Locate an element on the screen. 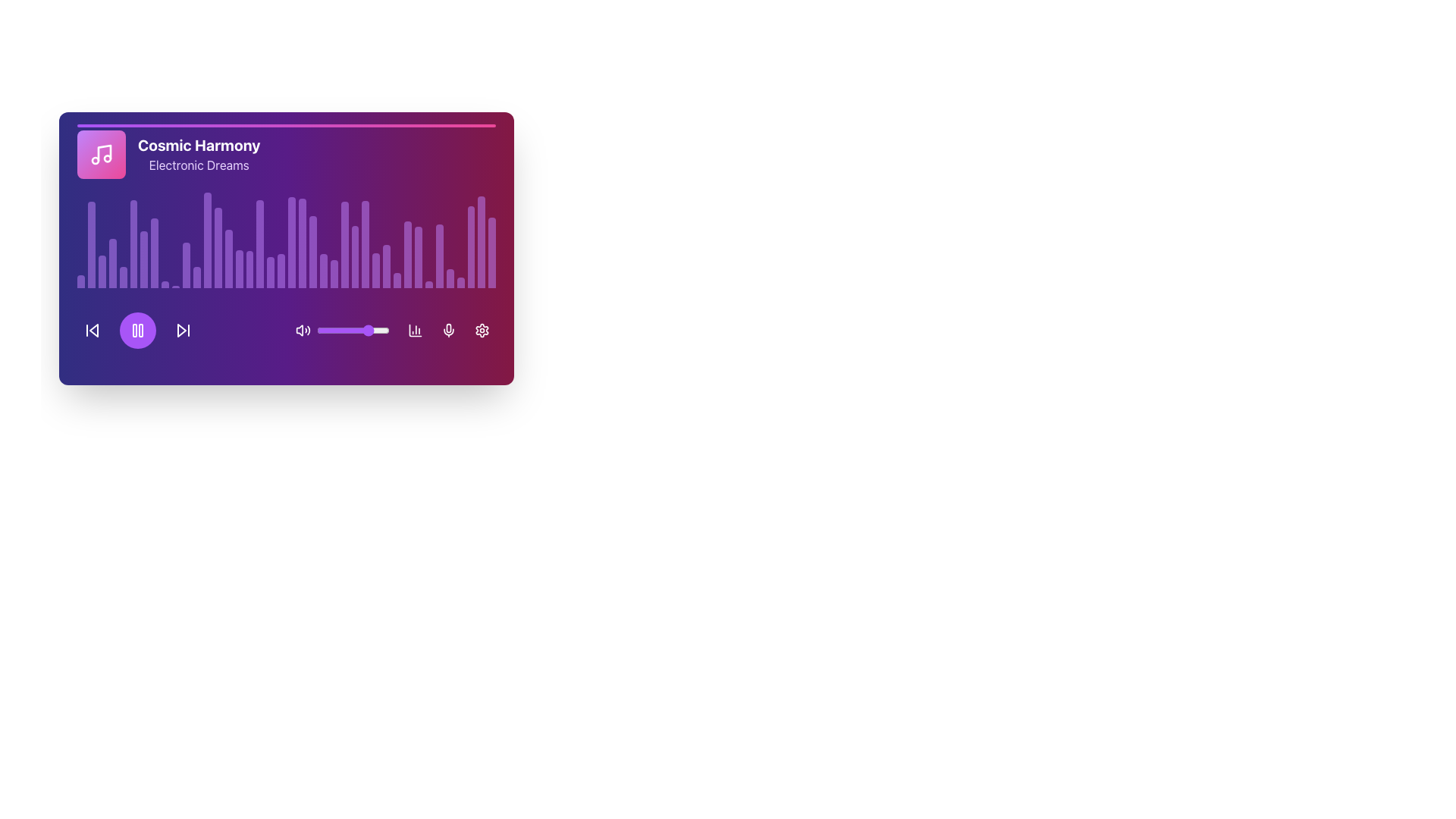  the 27th vertical bar in the music visualization interface, which is styled in a semi-transparent purple color and is part of the 'Cosmic Harmony' track visualization is located at coordinates (354, 256).